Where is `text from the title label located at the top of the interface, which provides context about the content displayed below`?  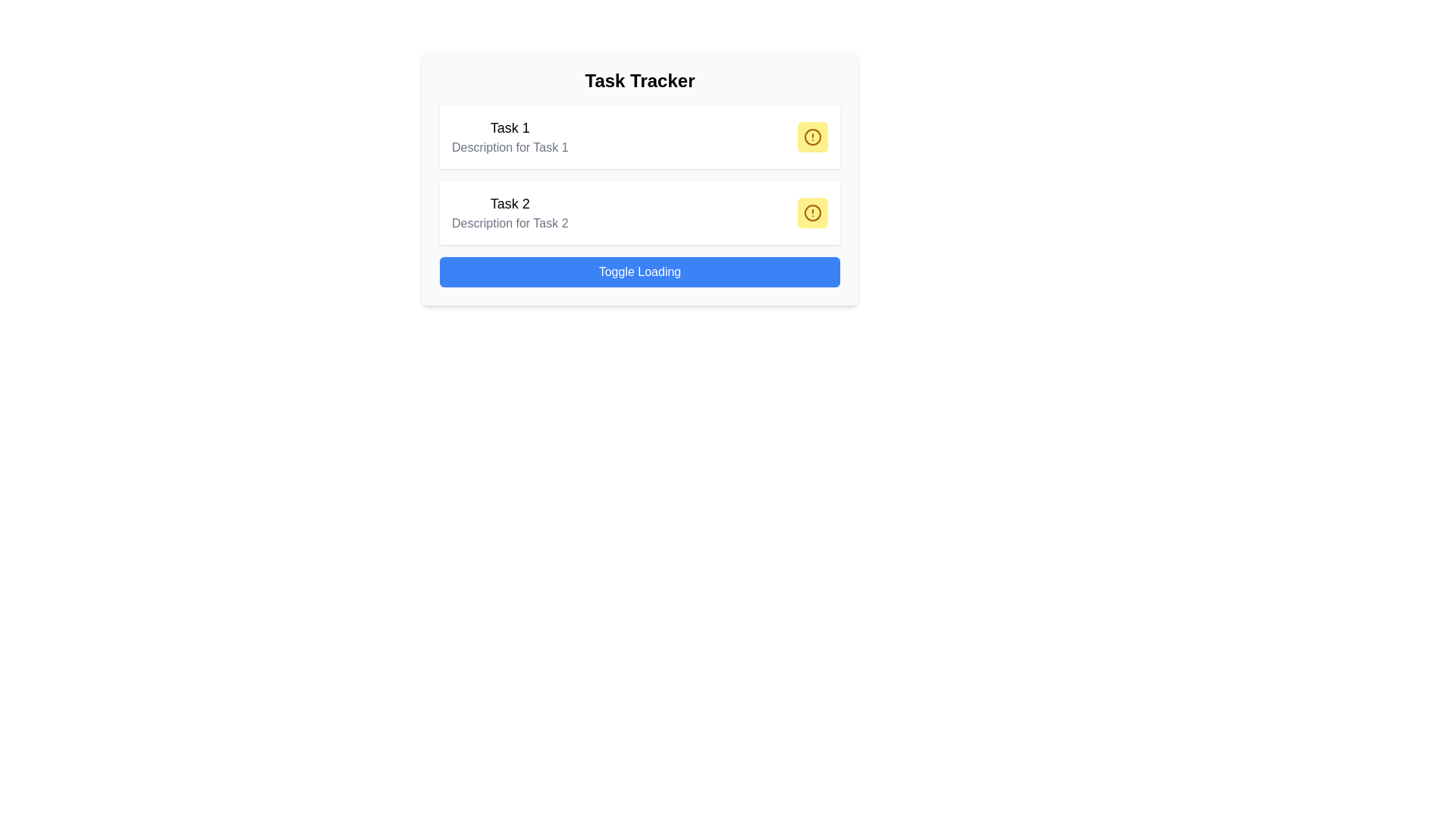
text from the title label located at the top of the interface, which provides context about the content displayed below is located at coordinates (640, 81).